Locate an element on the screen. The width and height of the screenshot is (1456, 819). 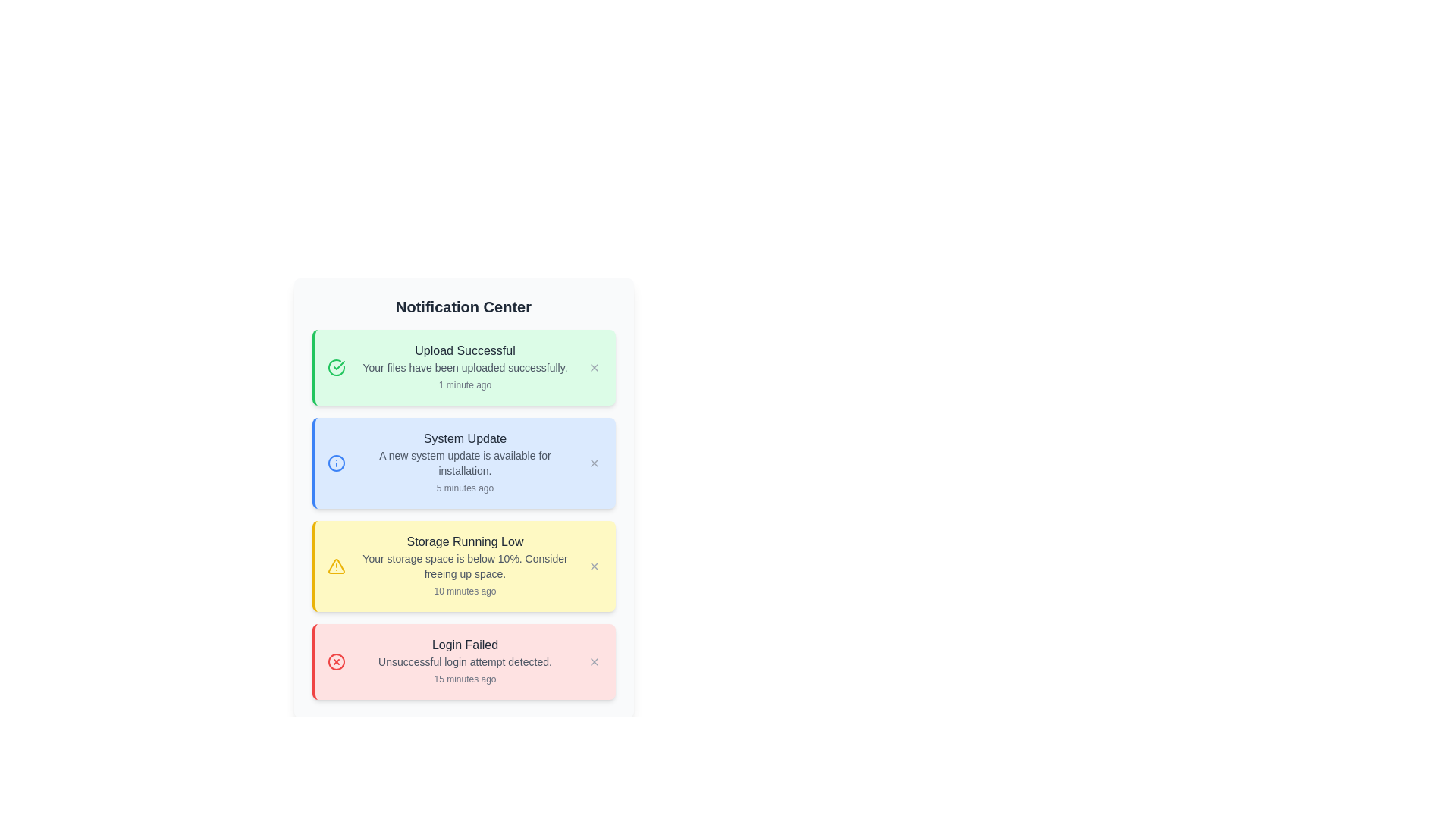
the Text Label indicating the subject of the 'Login Failed' notification card located in the Notification Center, which is positioned above the text 'Unsuccessful login attempt detected.' is located at coordinates (464, 645).